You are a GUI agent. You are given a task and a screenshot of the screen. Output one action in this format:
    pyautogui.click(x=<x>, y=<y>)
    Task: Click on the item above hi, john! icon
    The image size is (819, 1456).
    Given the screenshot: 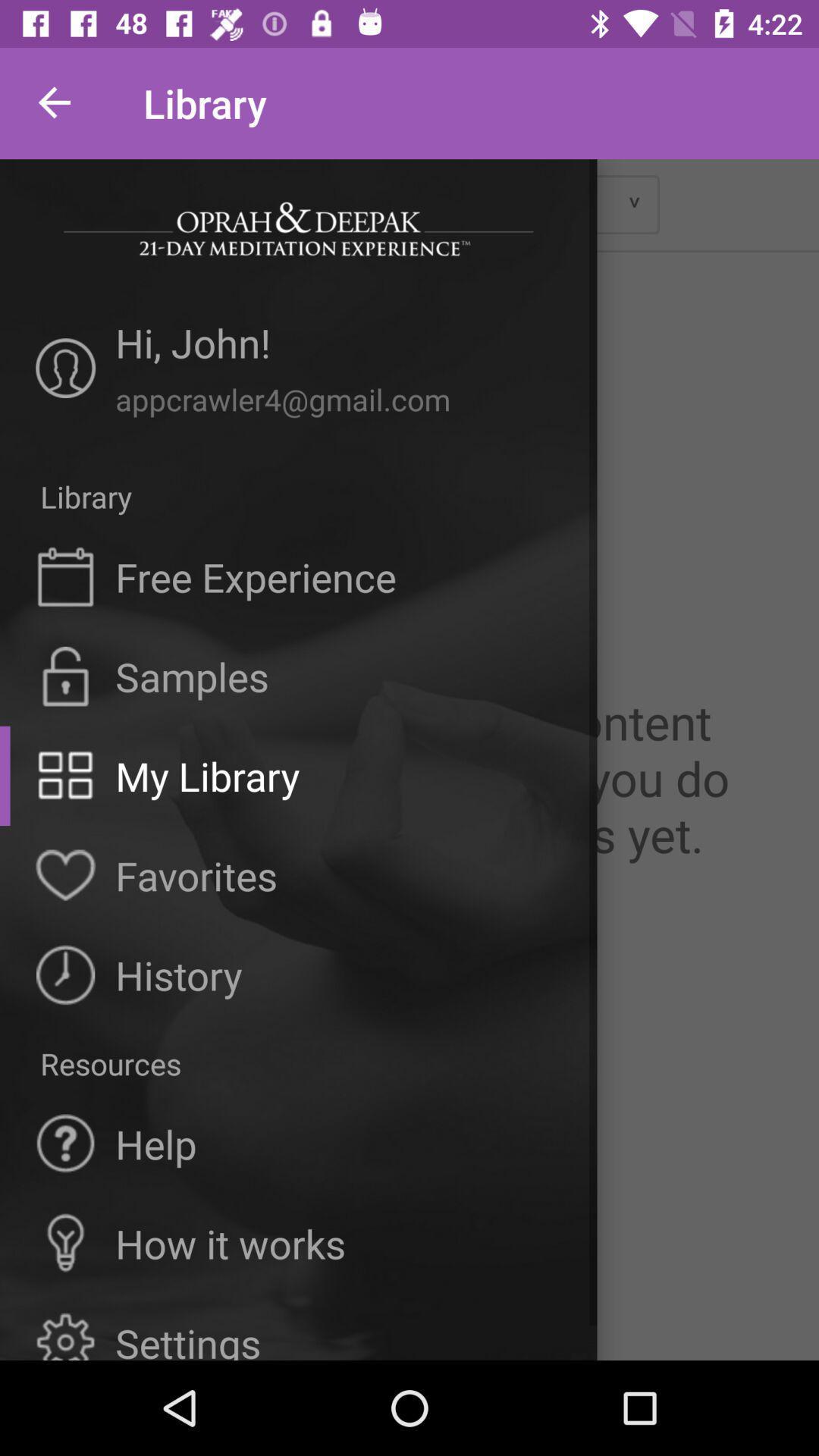 What is the action you would take?
    pyautogui.click(x=298, y=227)
    